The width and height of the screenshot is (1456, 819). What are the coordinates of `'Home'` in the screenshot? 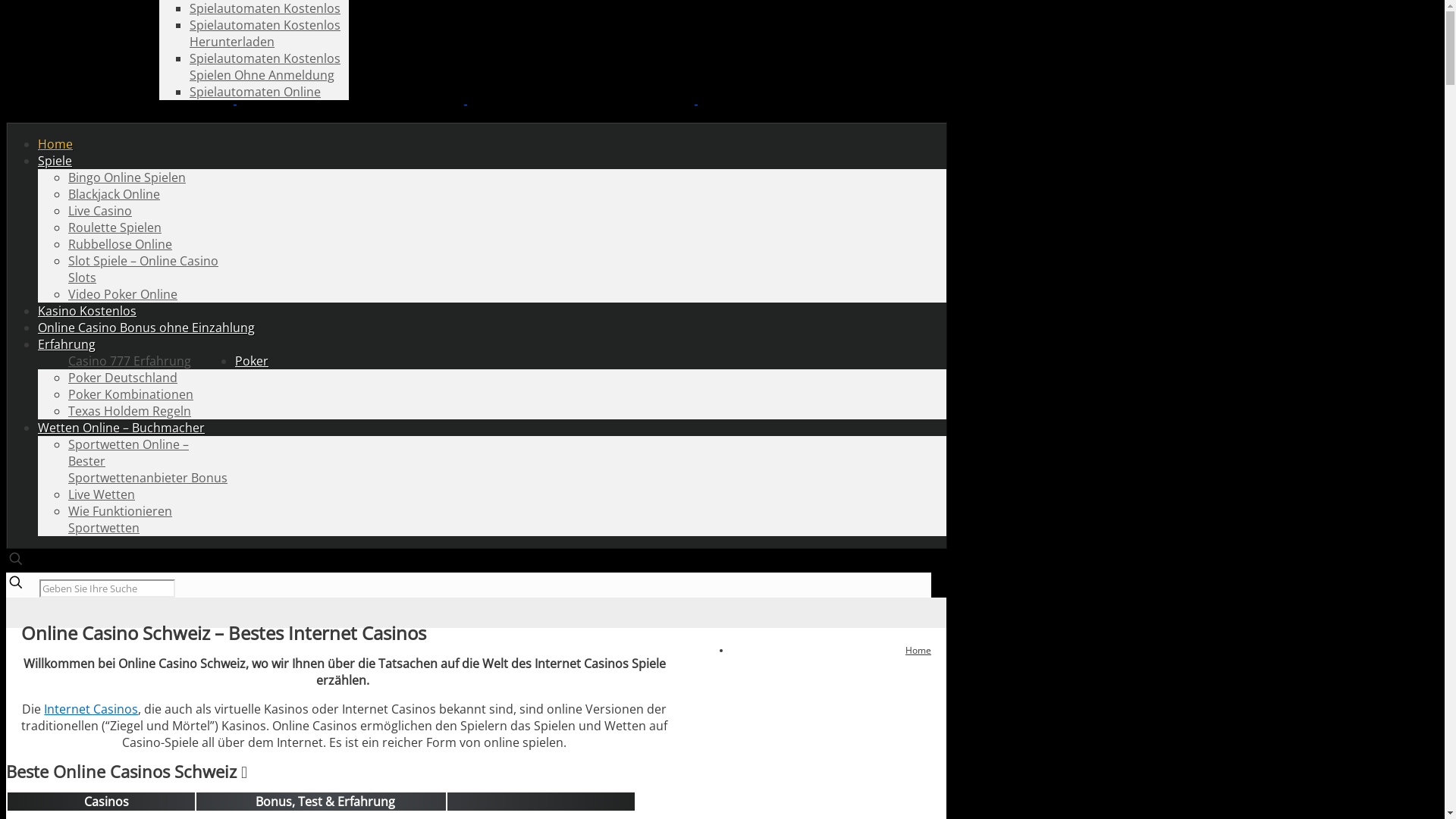 It's located at (917, 649).